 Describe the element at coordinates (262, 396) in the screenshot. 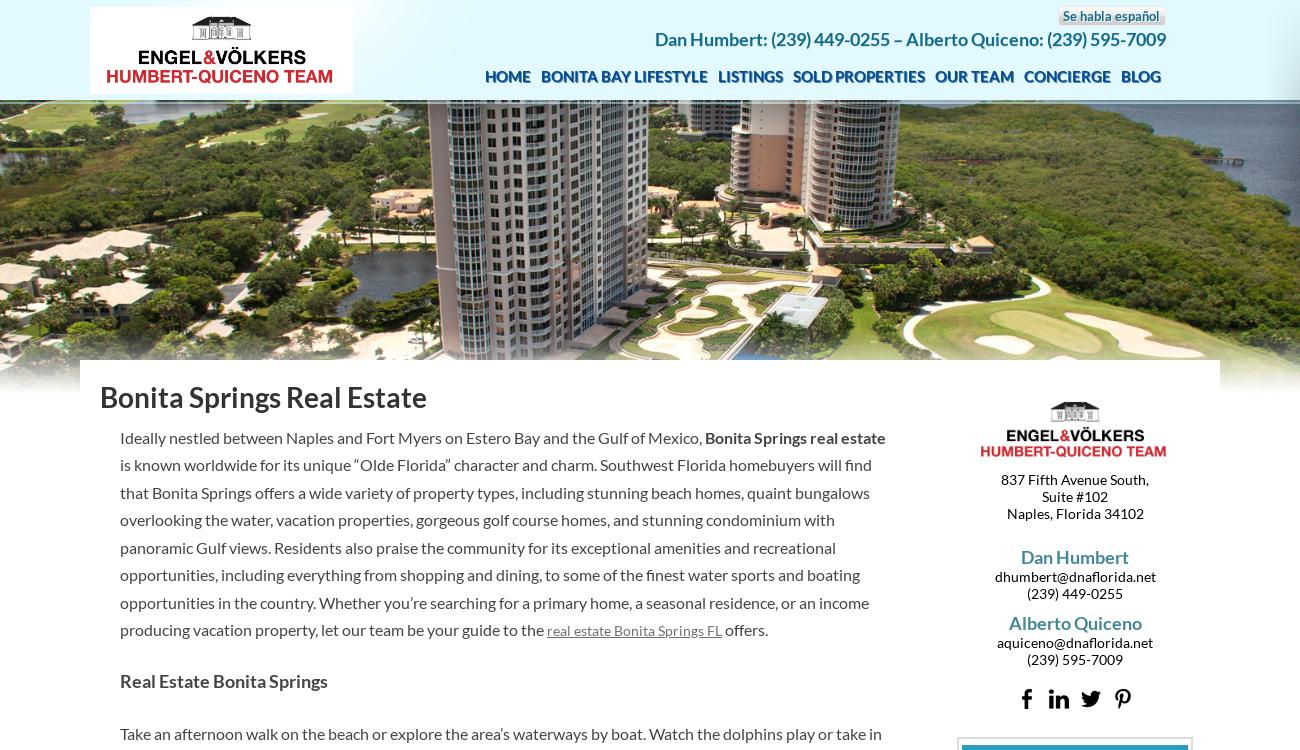

I see `'Bonita Springs Real Estate'` at that location.